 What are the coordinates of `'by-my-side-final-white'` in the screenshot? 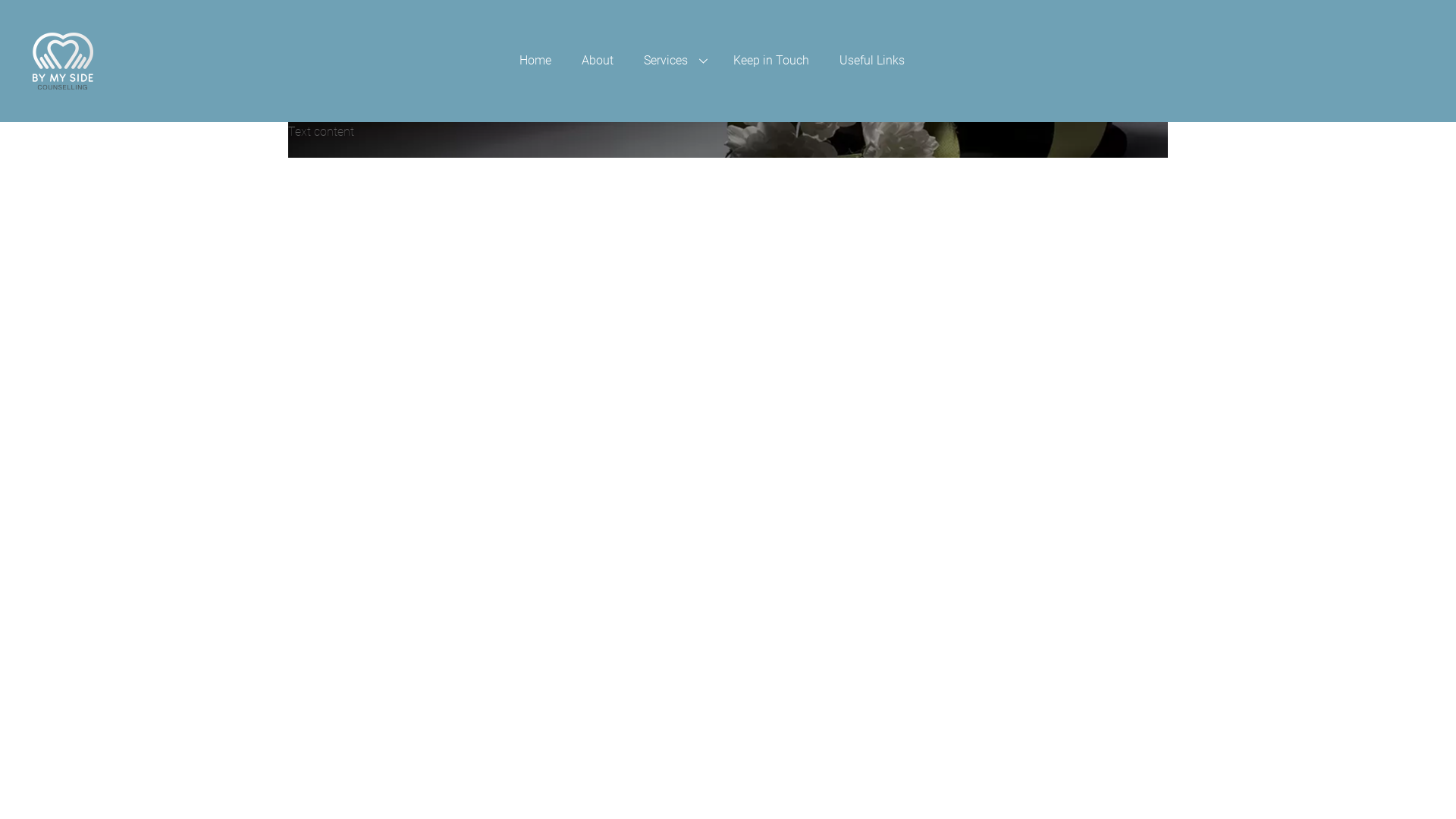 It's located at (61, 60).